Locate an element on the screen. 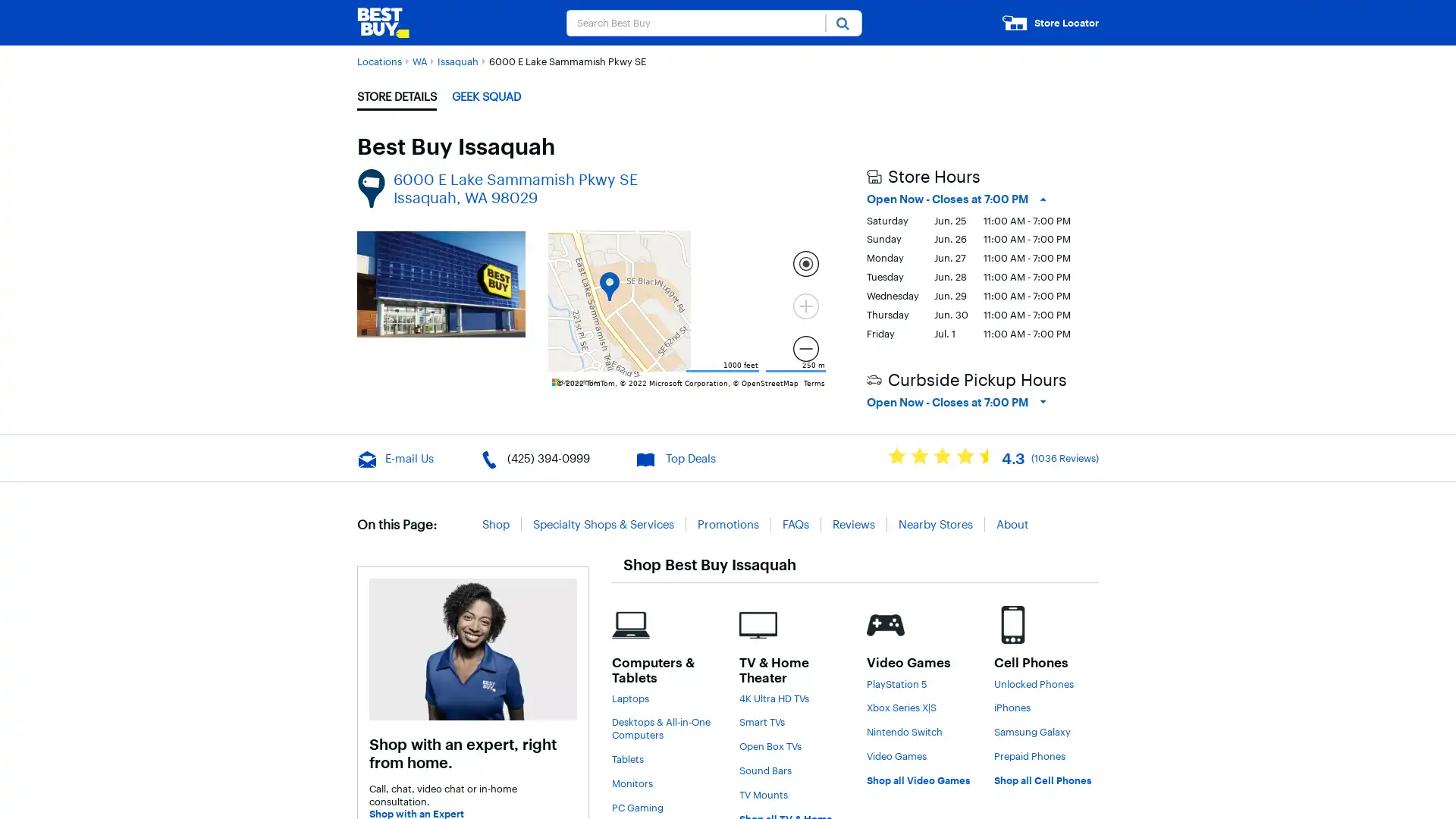 This screenshot has height=819, width=1456. Open Now - Closes at 7:00 PM is located at coordinates (955, 402).